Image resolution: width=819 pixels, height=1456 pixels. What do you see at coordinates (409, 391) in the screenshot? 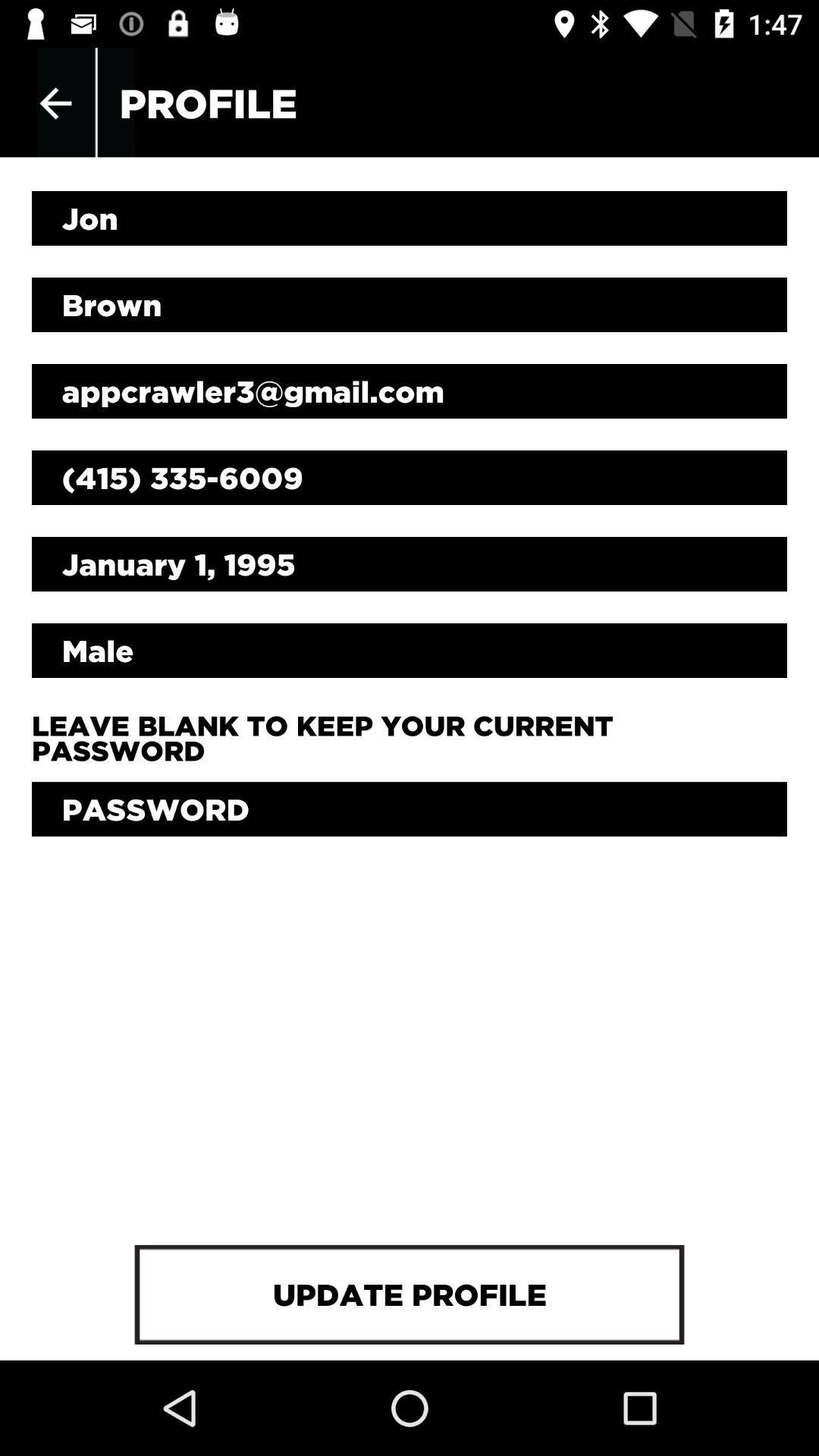
I see `the 3rd line below profile` at bounding box center [409, 391].